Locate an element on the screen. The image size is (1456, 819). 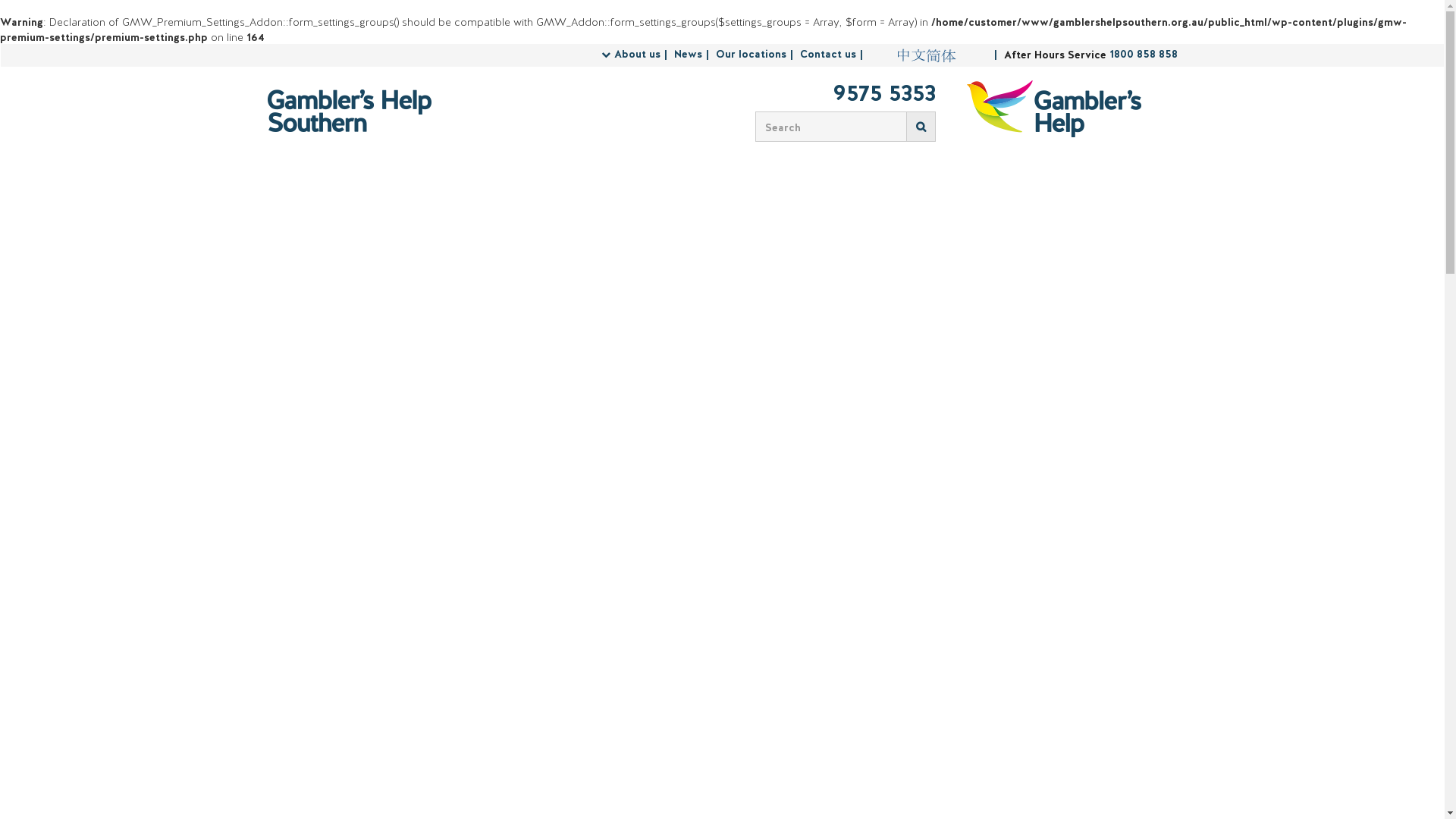
'Our locations' is located at coordinates (756, 54).